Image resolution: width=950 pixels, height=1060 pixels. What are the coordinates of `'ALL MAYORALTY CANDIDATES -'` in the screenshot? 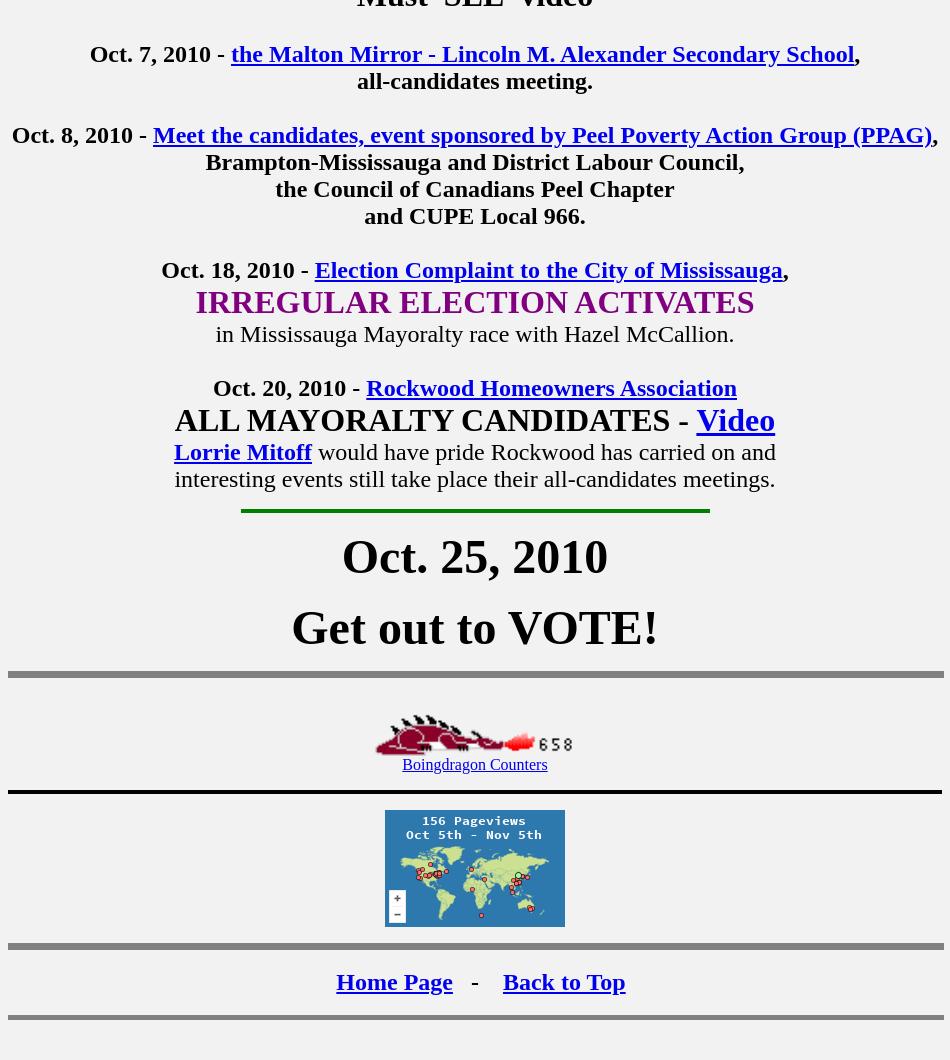 It's located at (434, 418).